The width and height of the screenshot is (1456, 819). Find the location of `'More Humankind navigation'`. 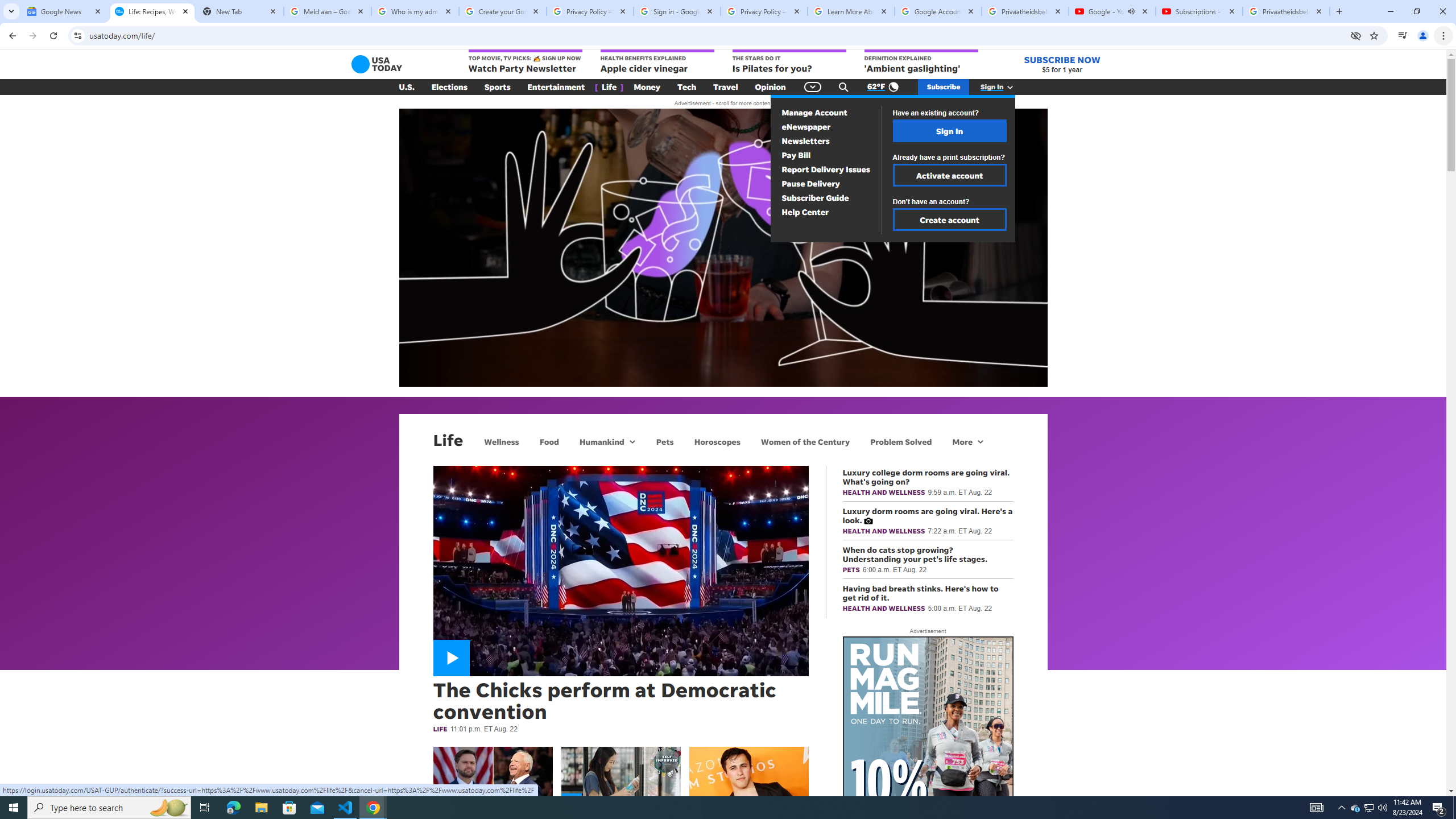

'More Humankind navigation' is located at coordinates (631, 441).